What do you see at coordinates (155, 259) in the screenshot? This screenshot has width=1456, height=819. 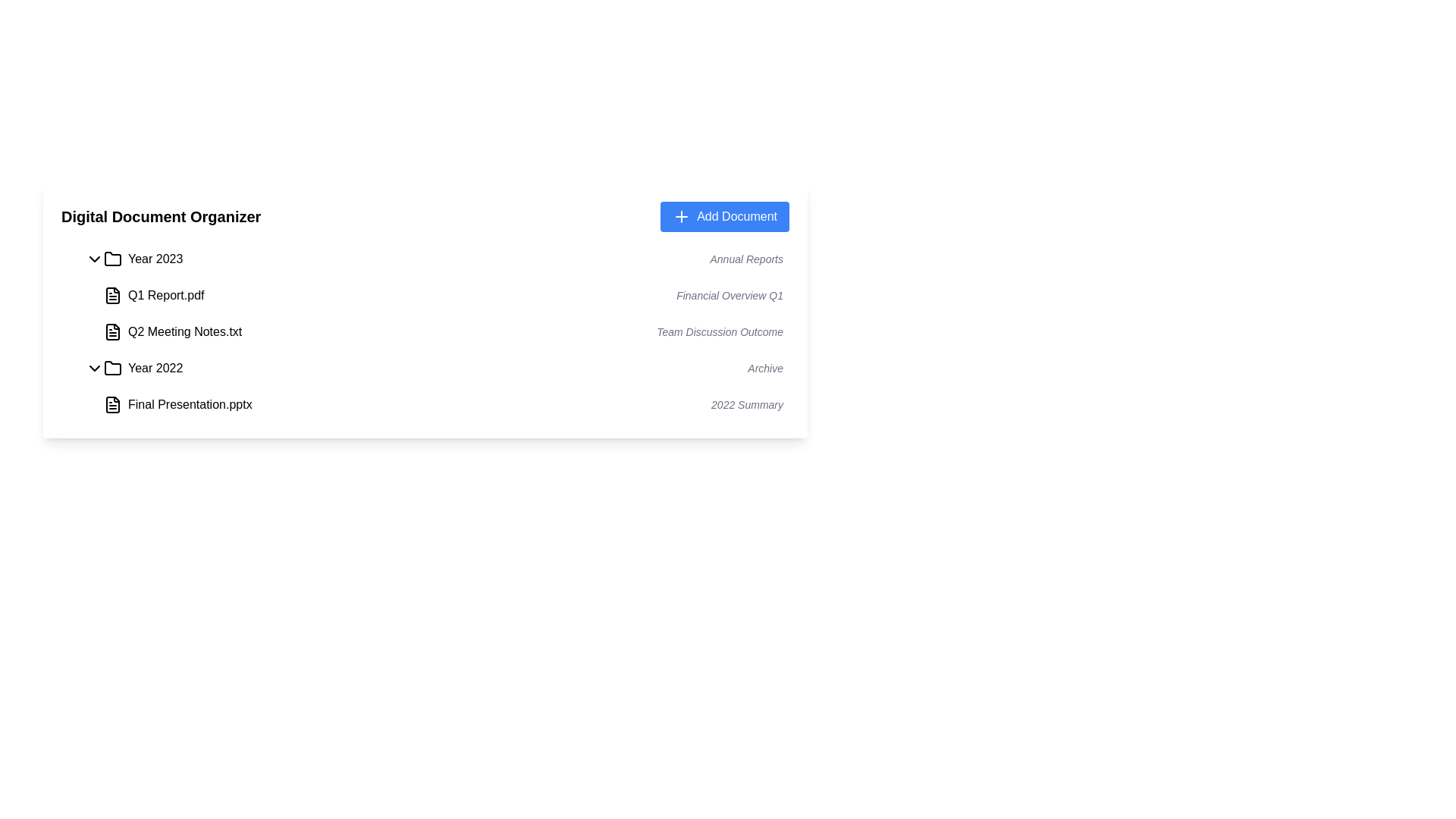 I see `the label displaying 'Year 2023', which is styled with a medium-weight font, black in color, and positioned to the left of a folder icon in a digital document organizer interface` at bounding box center [155, 259].